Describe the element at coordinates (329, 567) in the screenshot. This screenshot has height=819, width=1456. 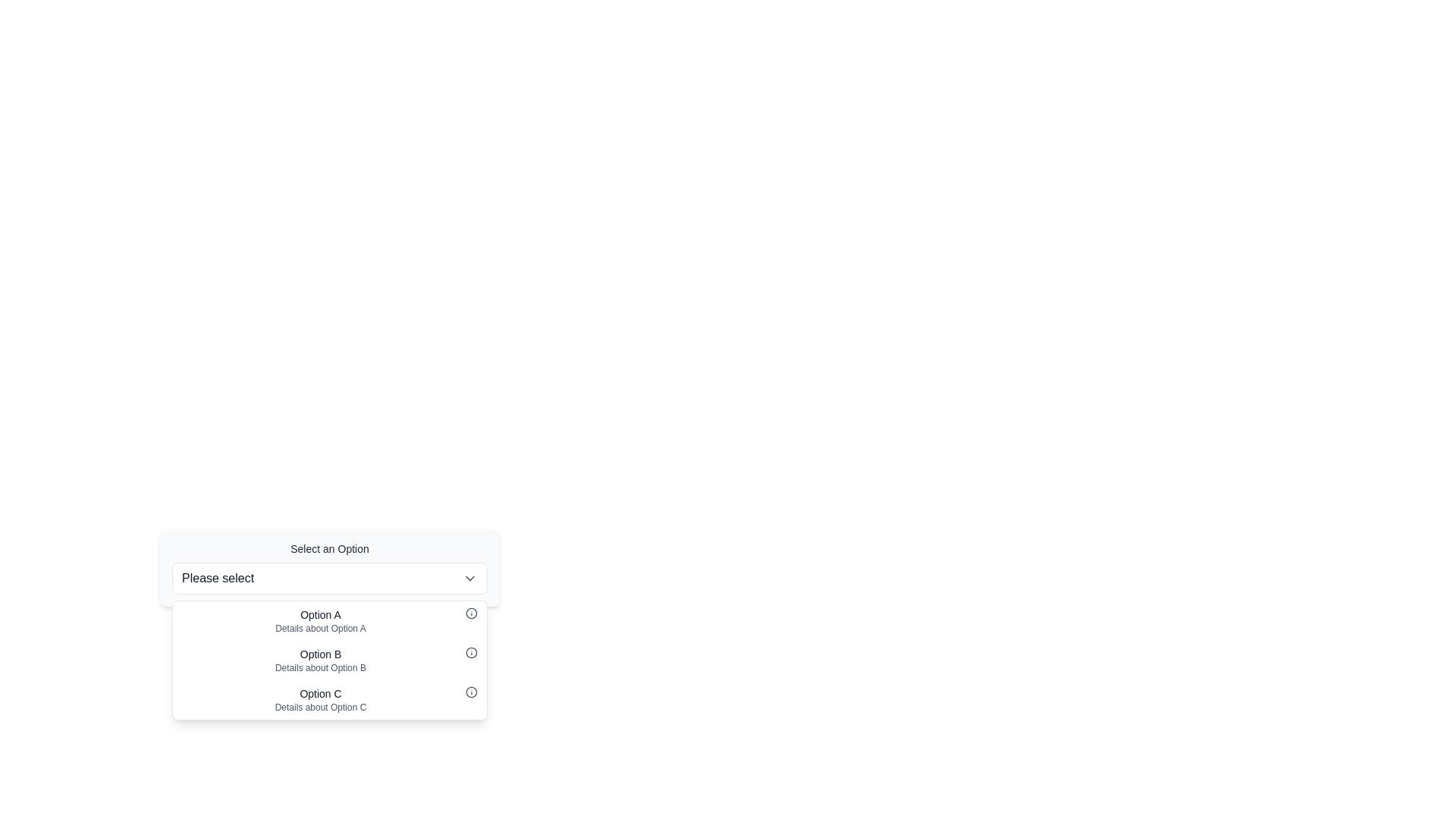
I see `the 'Select an Option' dropdown menu using tab navigation` at that location.